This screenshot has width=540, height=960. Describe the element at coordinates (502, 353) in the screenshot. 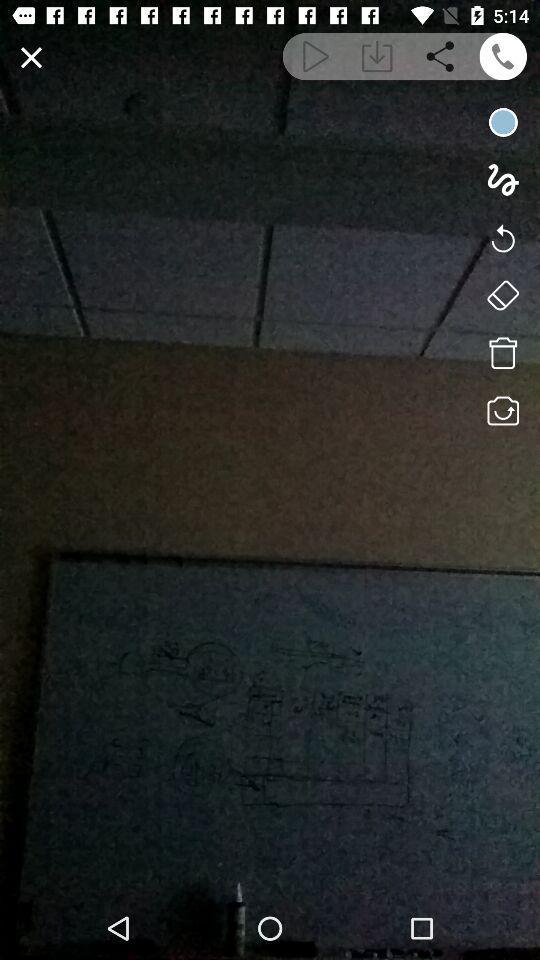

I see `delete the box` at that location.